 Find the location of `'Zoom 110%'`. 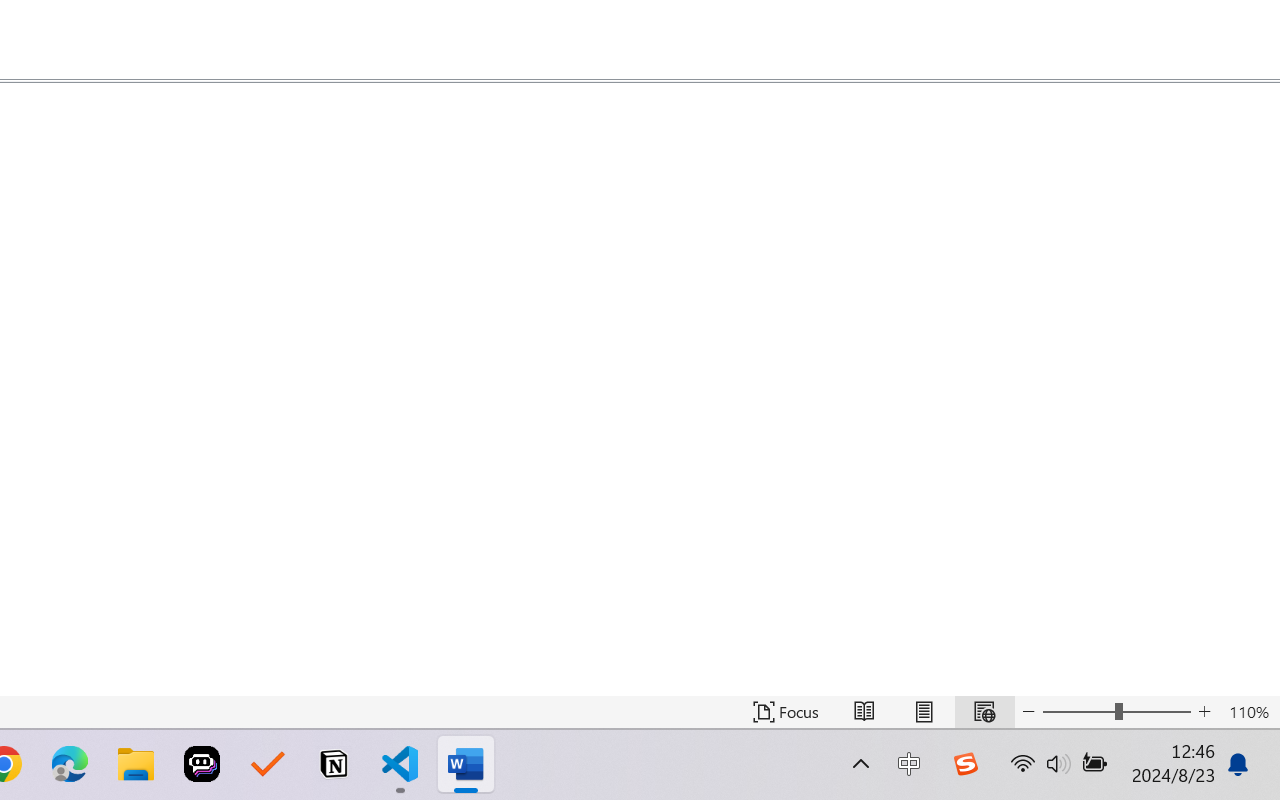

'Zoom 110%' is located at coordinates (1248, 711).